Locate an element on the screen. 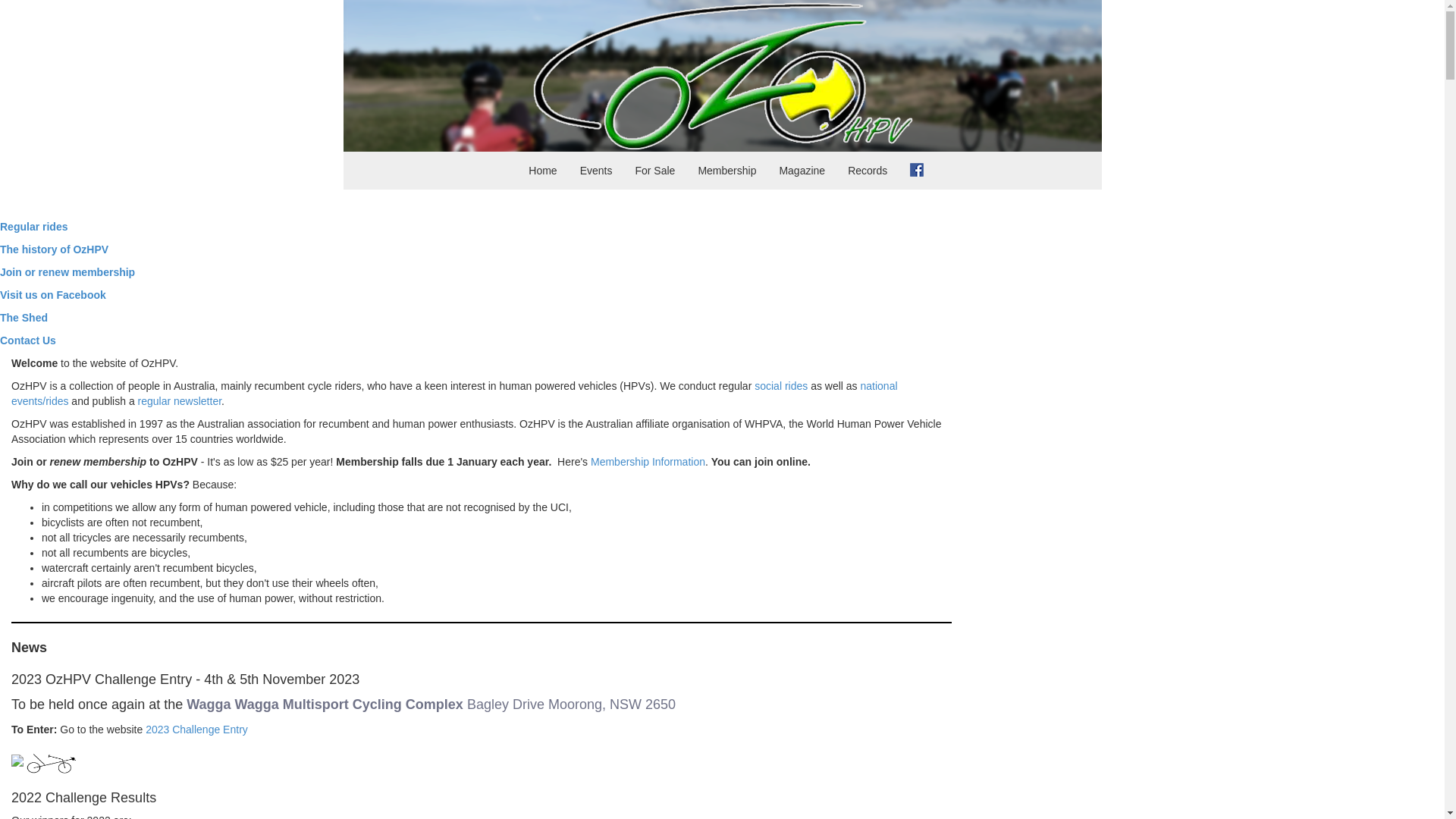  'For Sale' is located at coordinates (654, 170).